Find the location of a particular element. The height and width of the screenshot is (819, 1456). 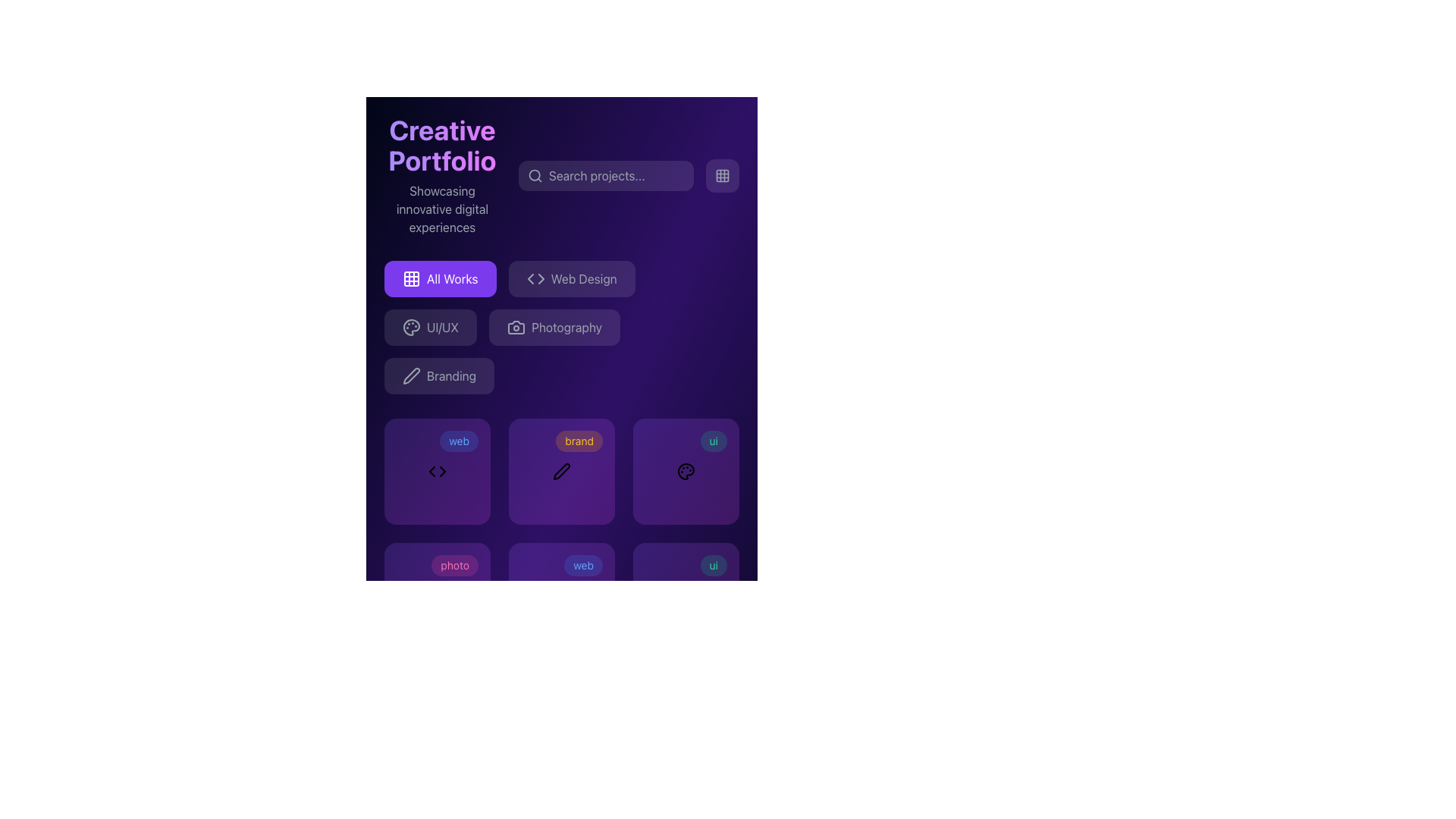

the 'Web Design' text label within the navigation button is located at coordinates (583, 278).